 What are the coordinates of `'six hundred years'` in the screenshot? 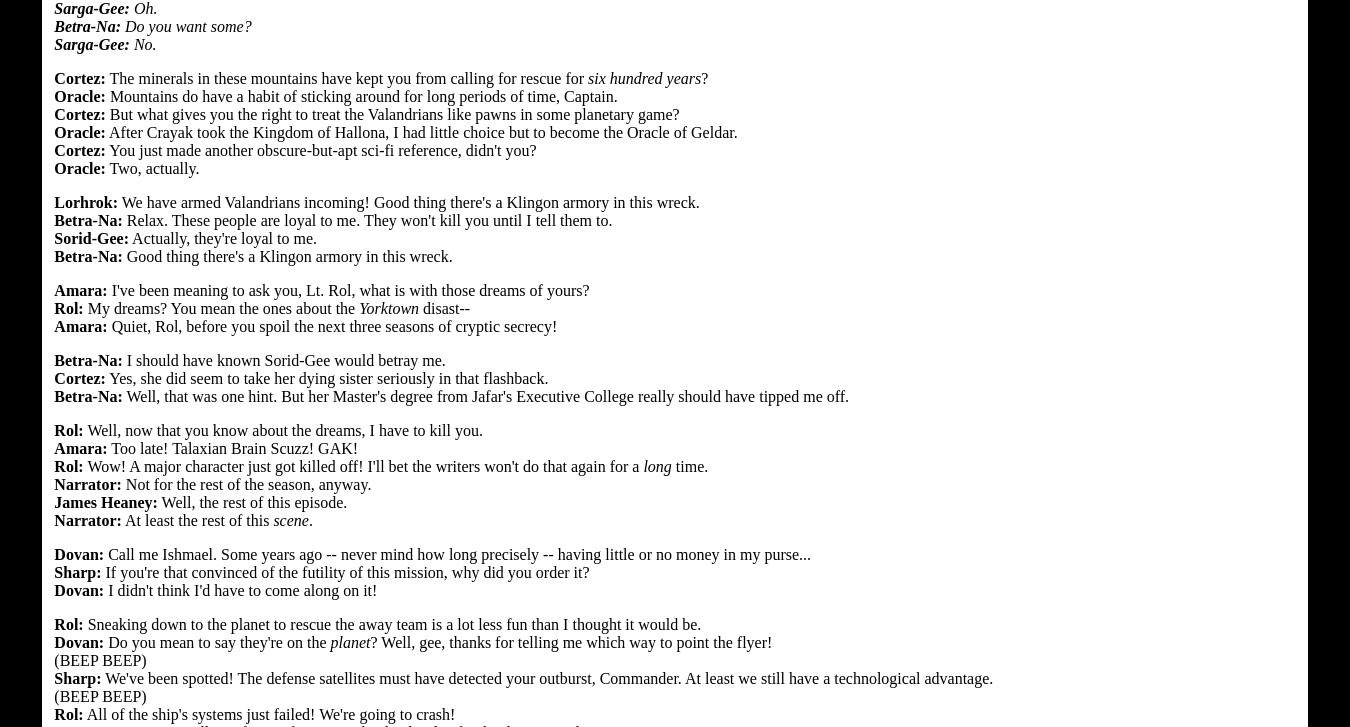 It's located at (588, 77).